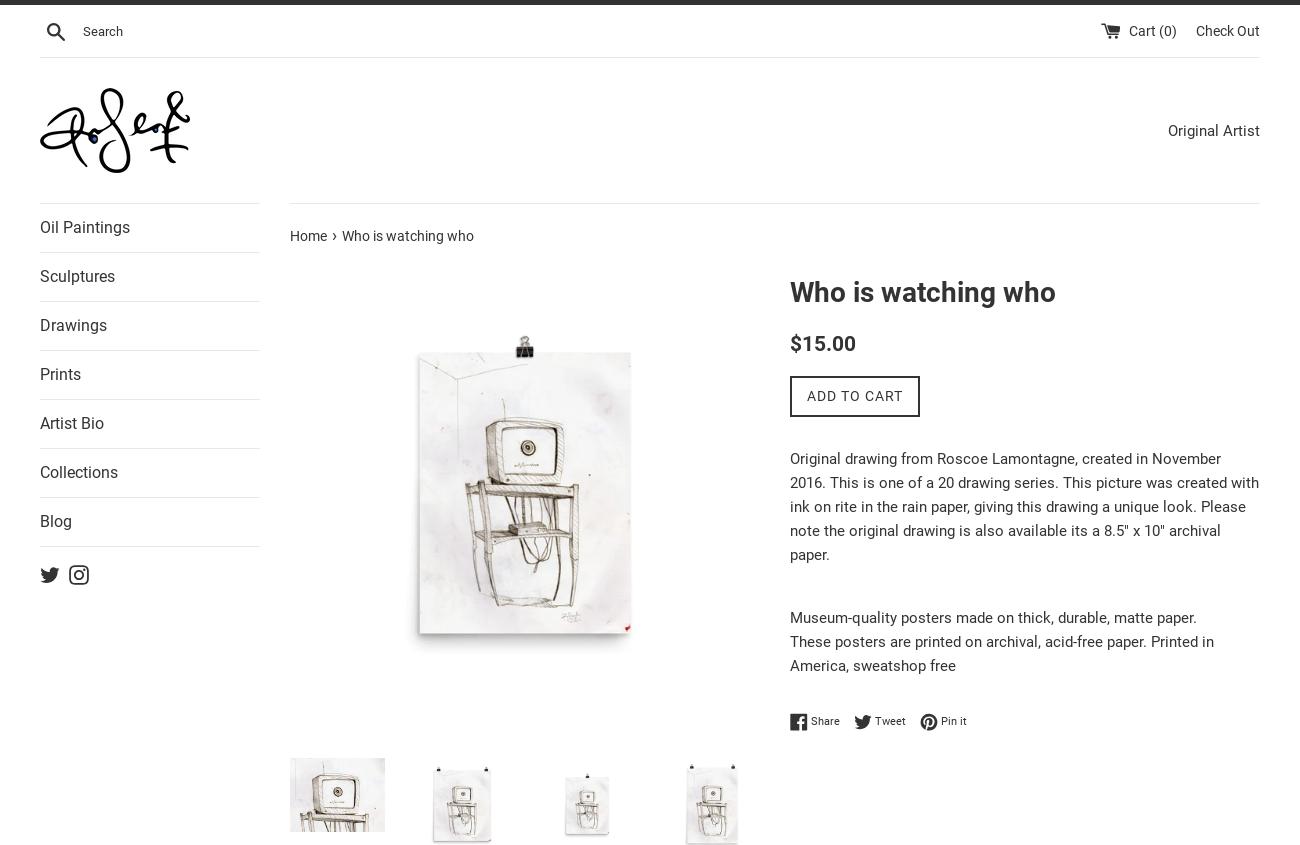 This screenshot has height=845, width=1300. What do you see at coordinates (953, 719) in the screenshot?
I see `'Pin it'` at bounding box center [953, 719].